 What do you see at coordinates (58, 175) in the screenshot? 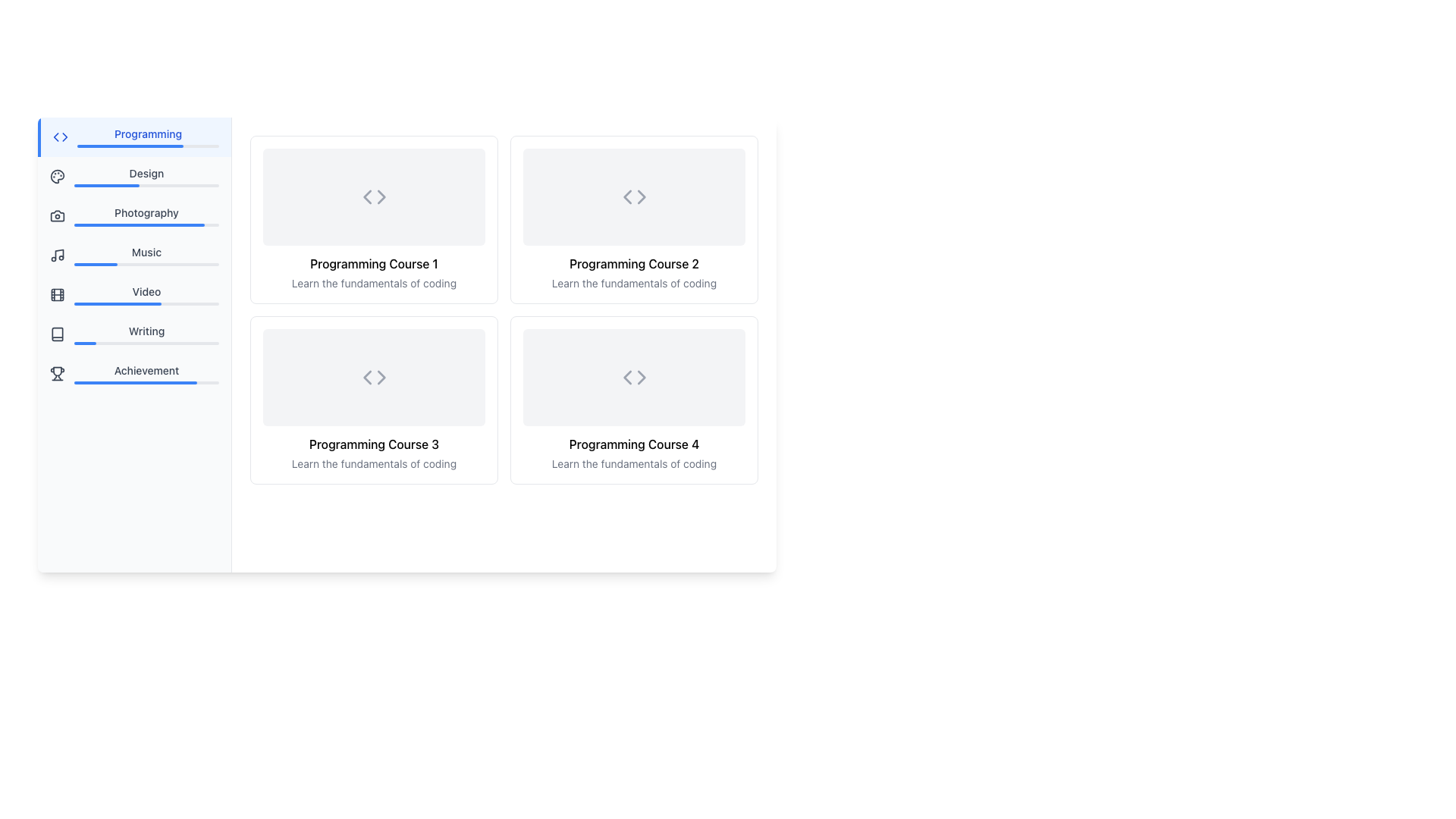
I see `the palette icon in the sidebar that represents the 'Design' section, located next to the 'Design' label` at bounding box center [58, 175].